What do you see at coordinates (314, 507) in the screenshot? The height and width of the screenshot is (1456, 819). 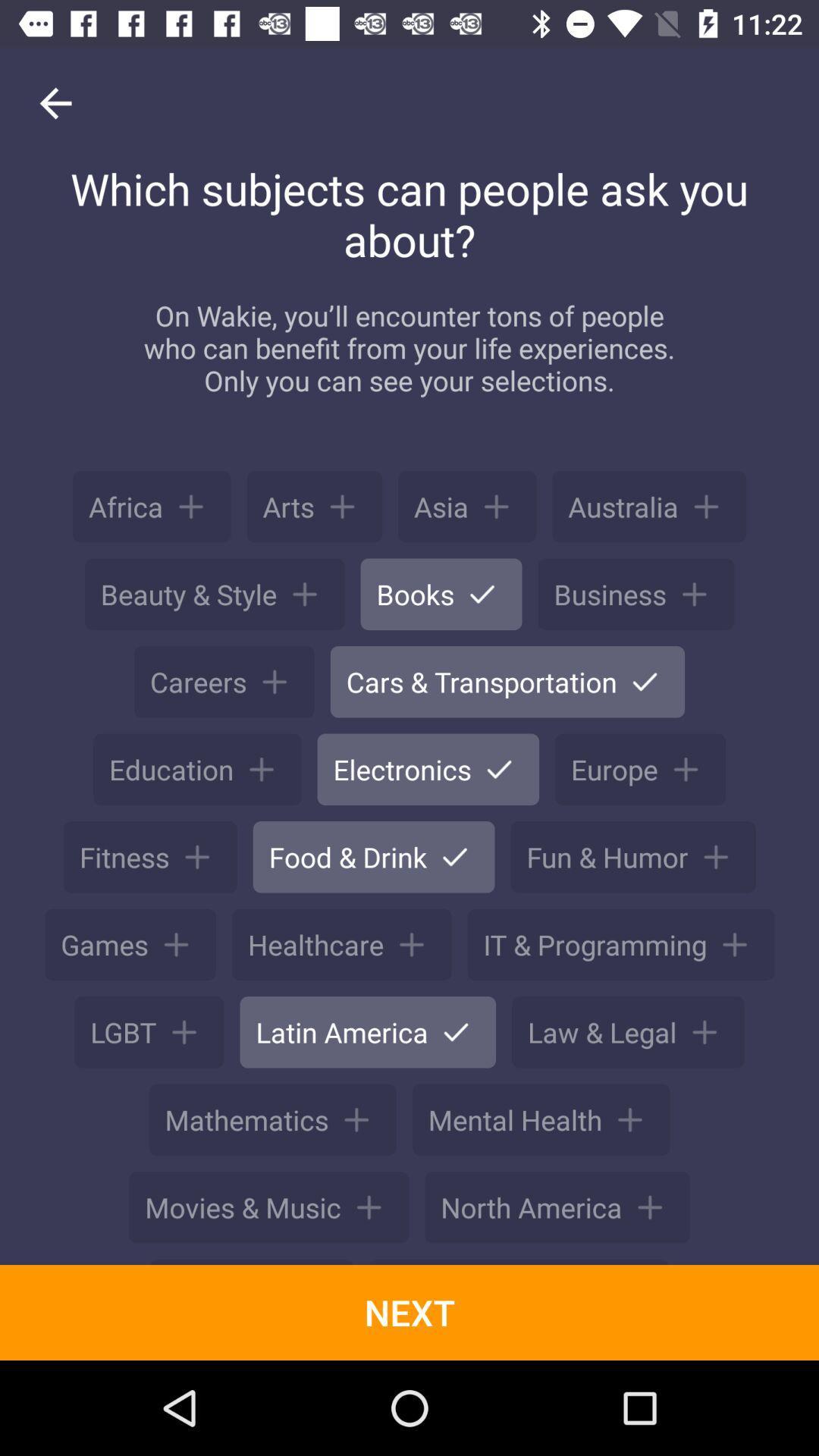 I see `the button next to africa` at bounding box center [314, 507].